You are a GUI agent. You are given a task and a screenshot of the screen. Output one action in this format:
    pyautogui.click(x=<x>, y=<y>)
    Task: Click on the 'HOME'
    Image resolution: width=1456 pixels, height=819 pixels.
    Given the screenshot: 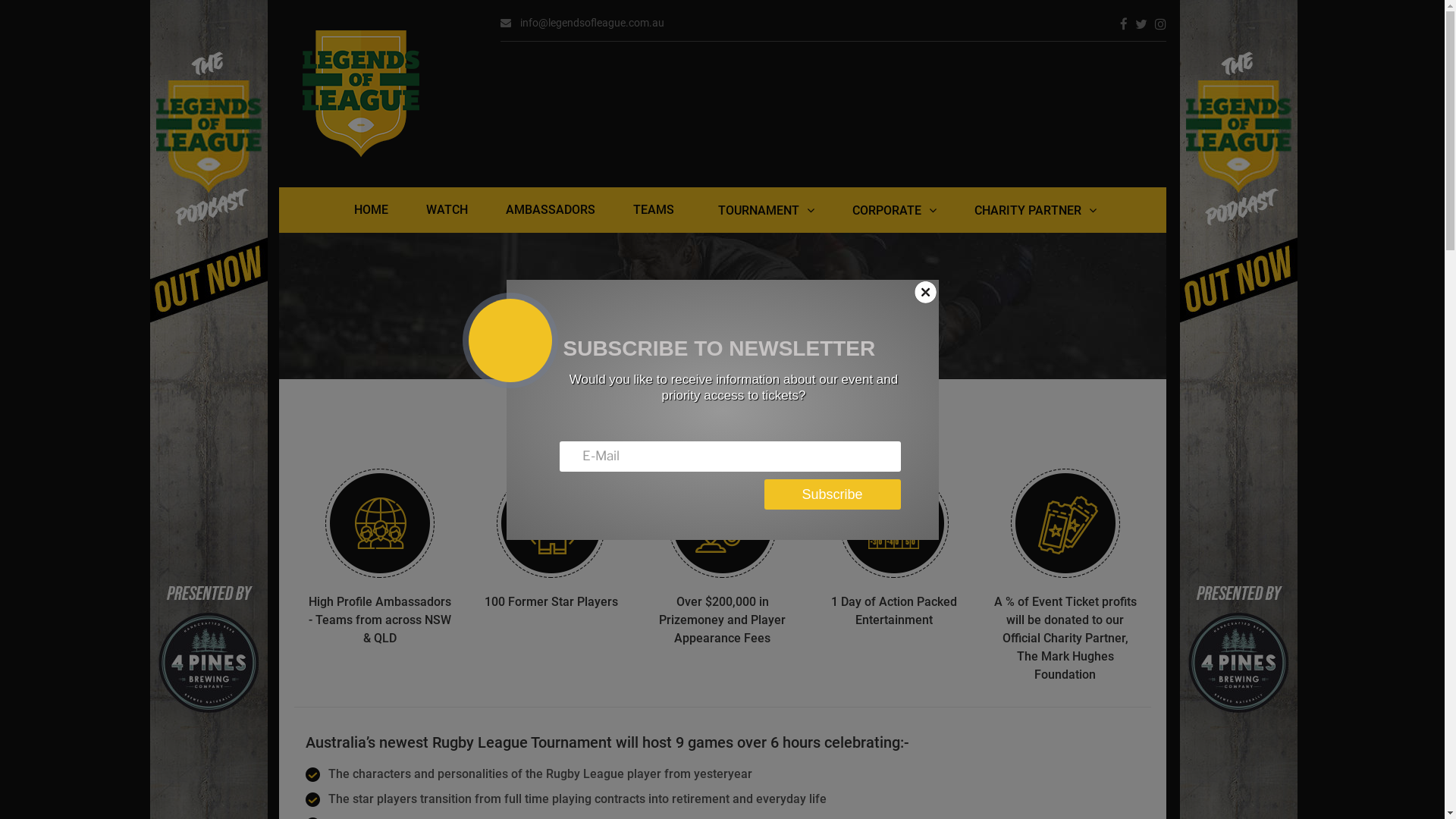 What is the action you would take?
    pyautogui.click(x=334, y=210)
    